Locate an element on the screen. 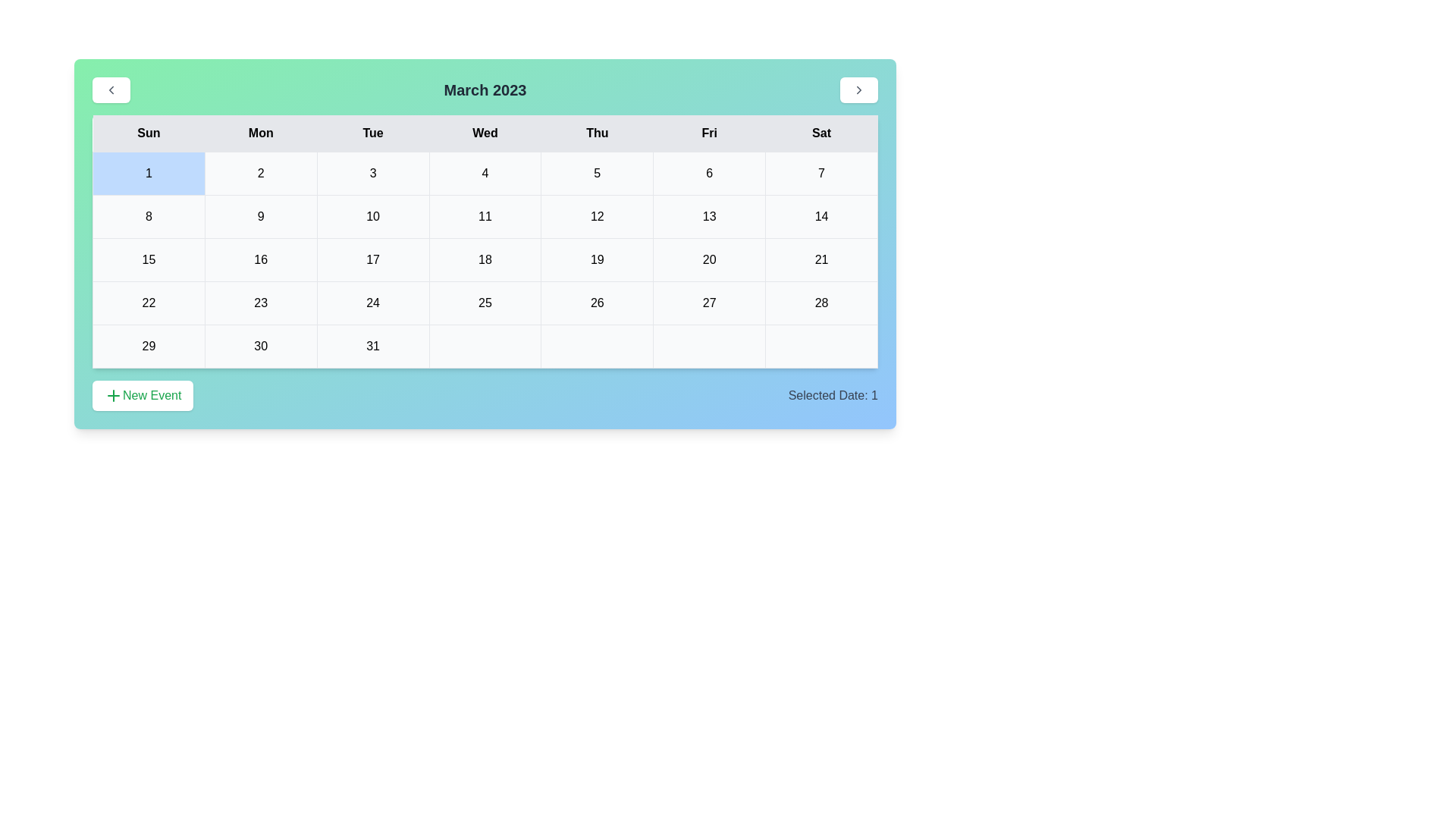  the cell representing the date 2 in the calendar is located at coordinates (261, 172).